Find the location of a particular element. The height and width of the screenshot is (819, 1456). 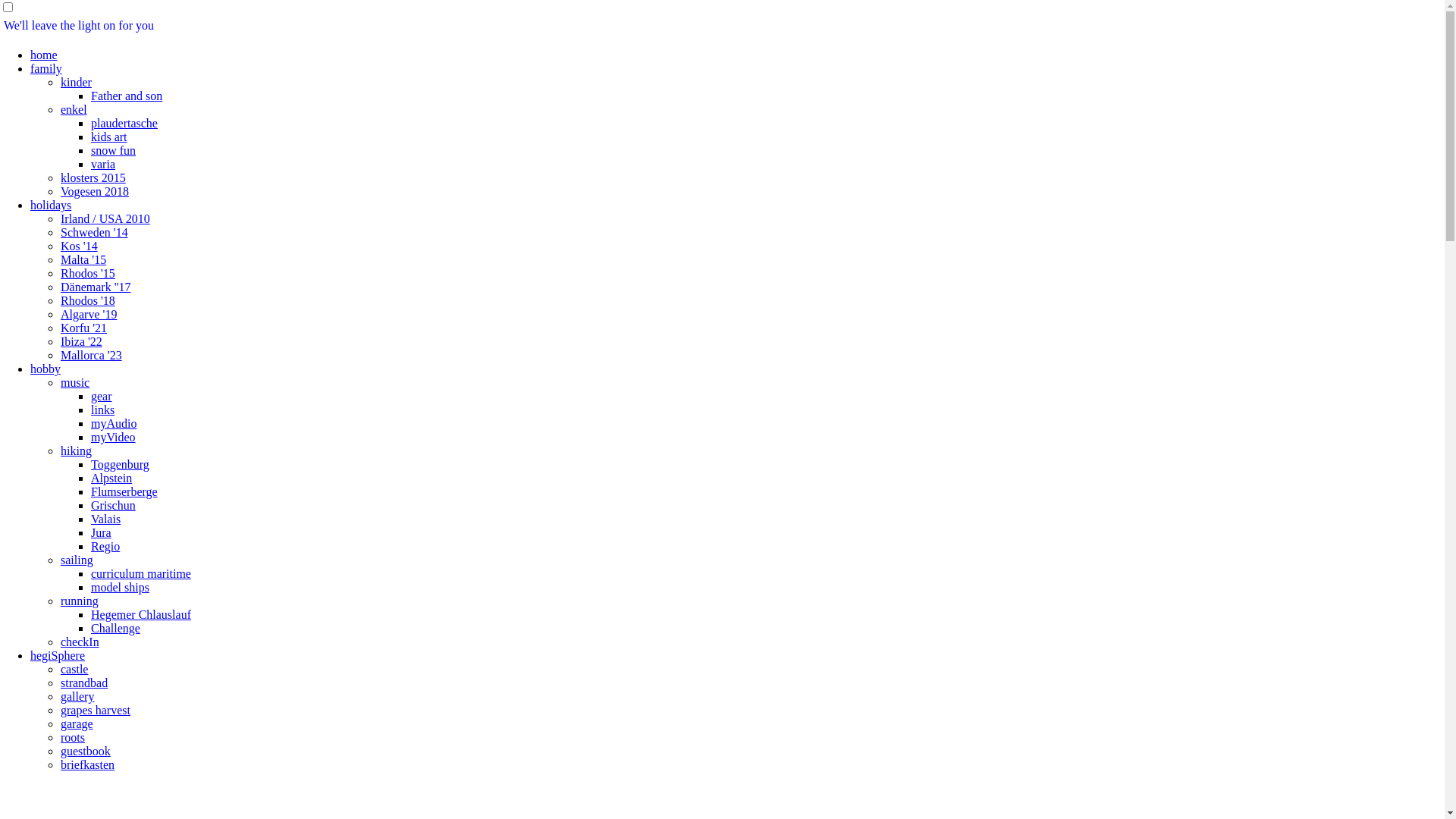

'Mallorca '23' is located at coordinates (90, 355).